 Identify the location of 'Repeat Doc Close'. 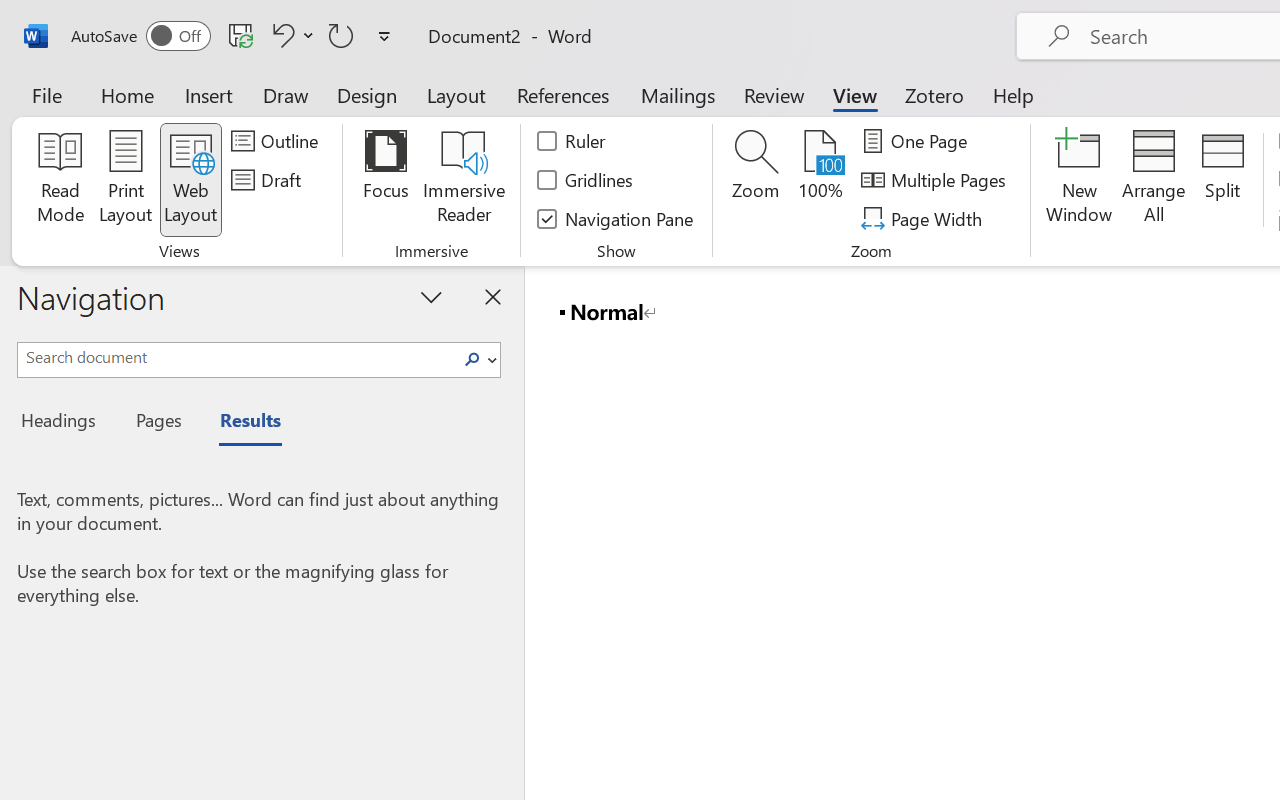
(341, 34).